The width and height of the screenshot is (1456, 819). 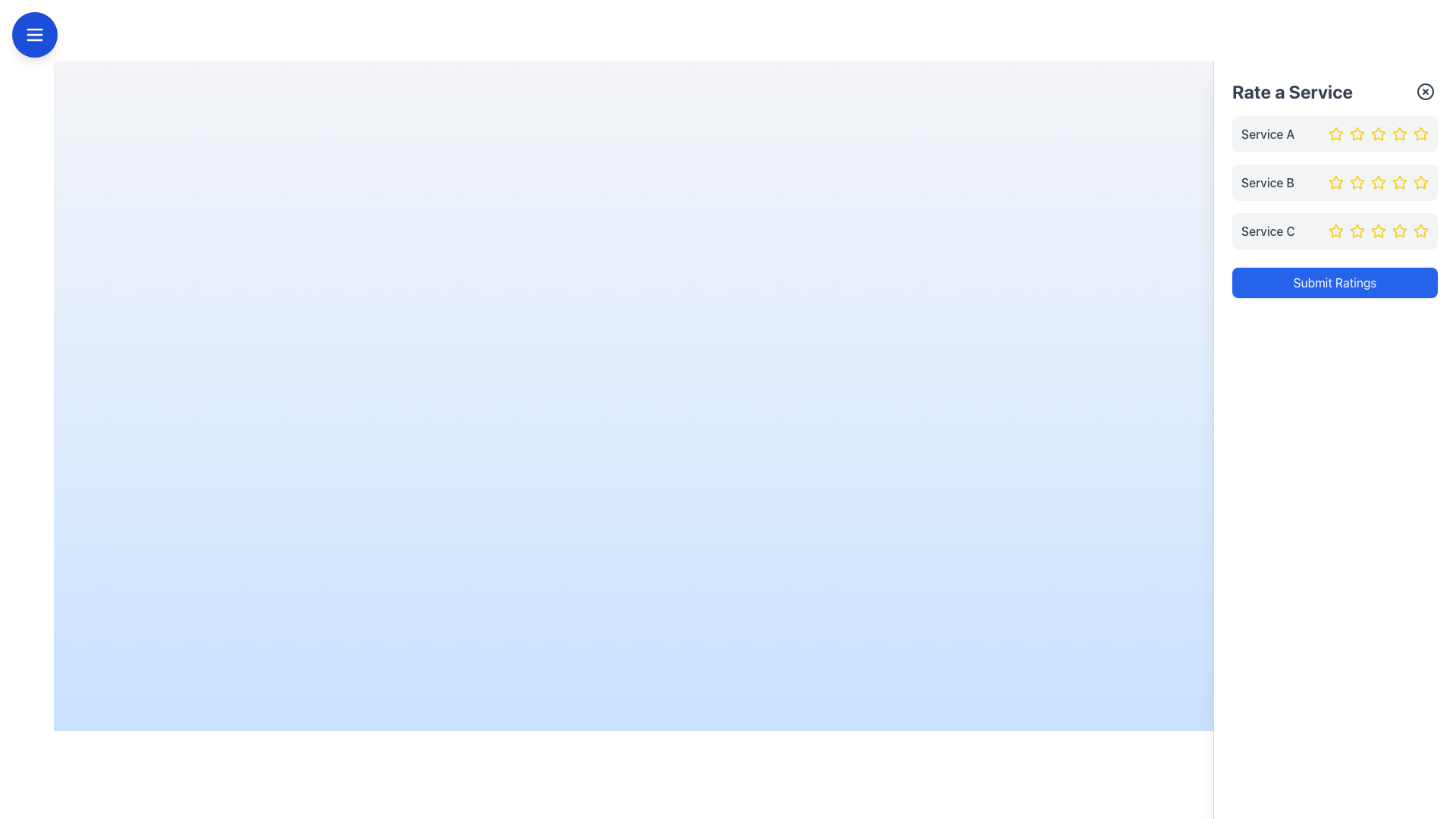 I want to click on the fourth star icon in the rating interface next to the 'Service A' label, so click(x=1379, y=133).